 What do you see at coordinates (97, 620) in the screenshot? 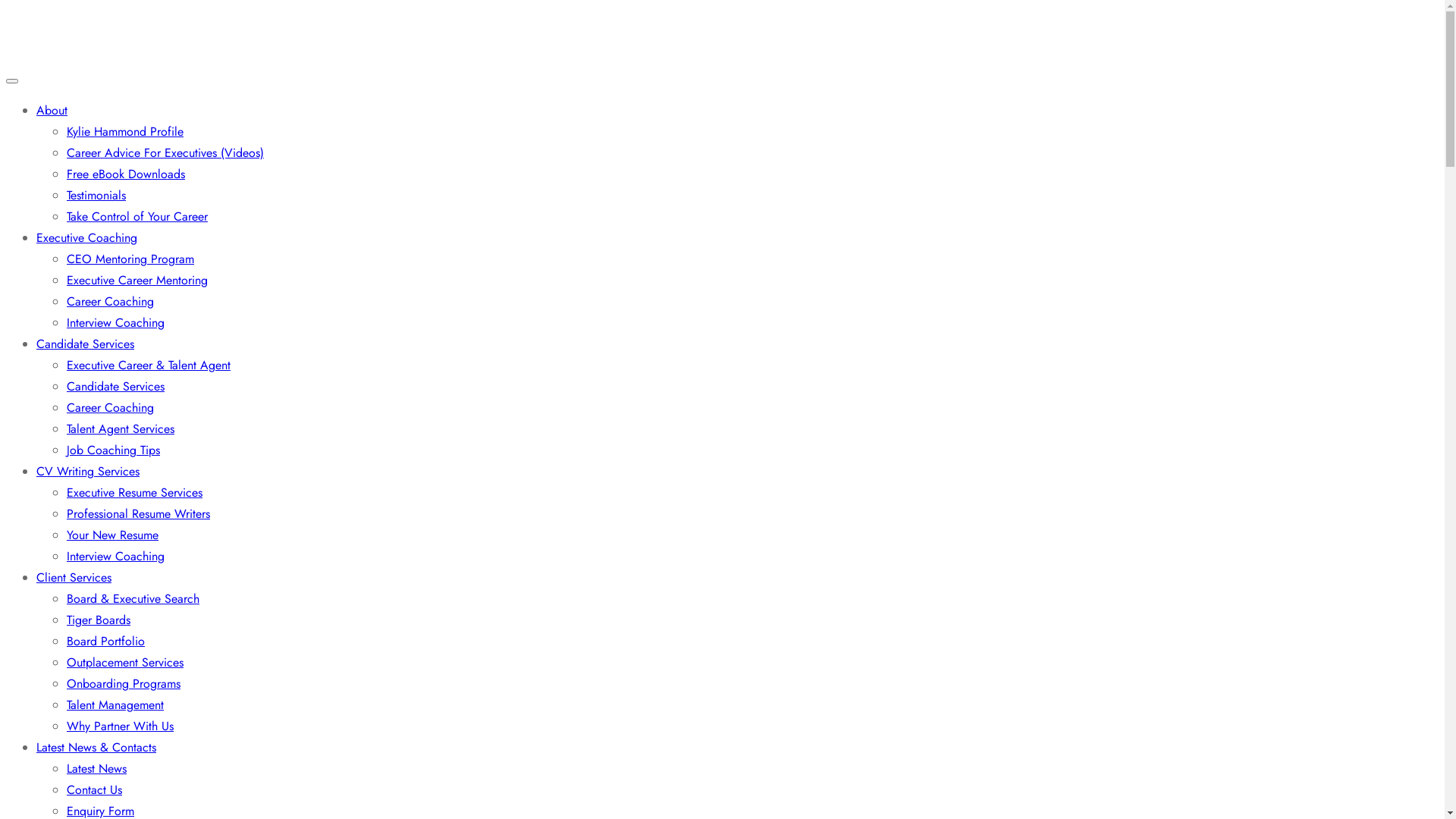
I see `'Tiger Boards'` at bounding box center [97, 620].